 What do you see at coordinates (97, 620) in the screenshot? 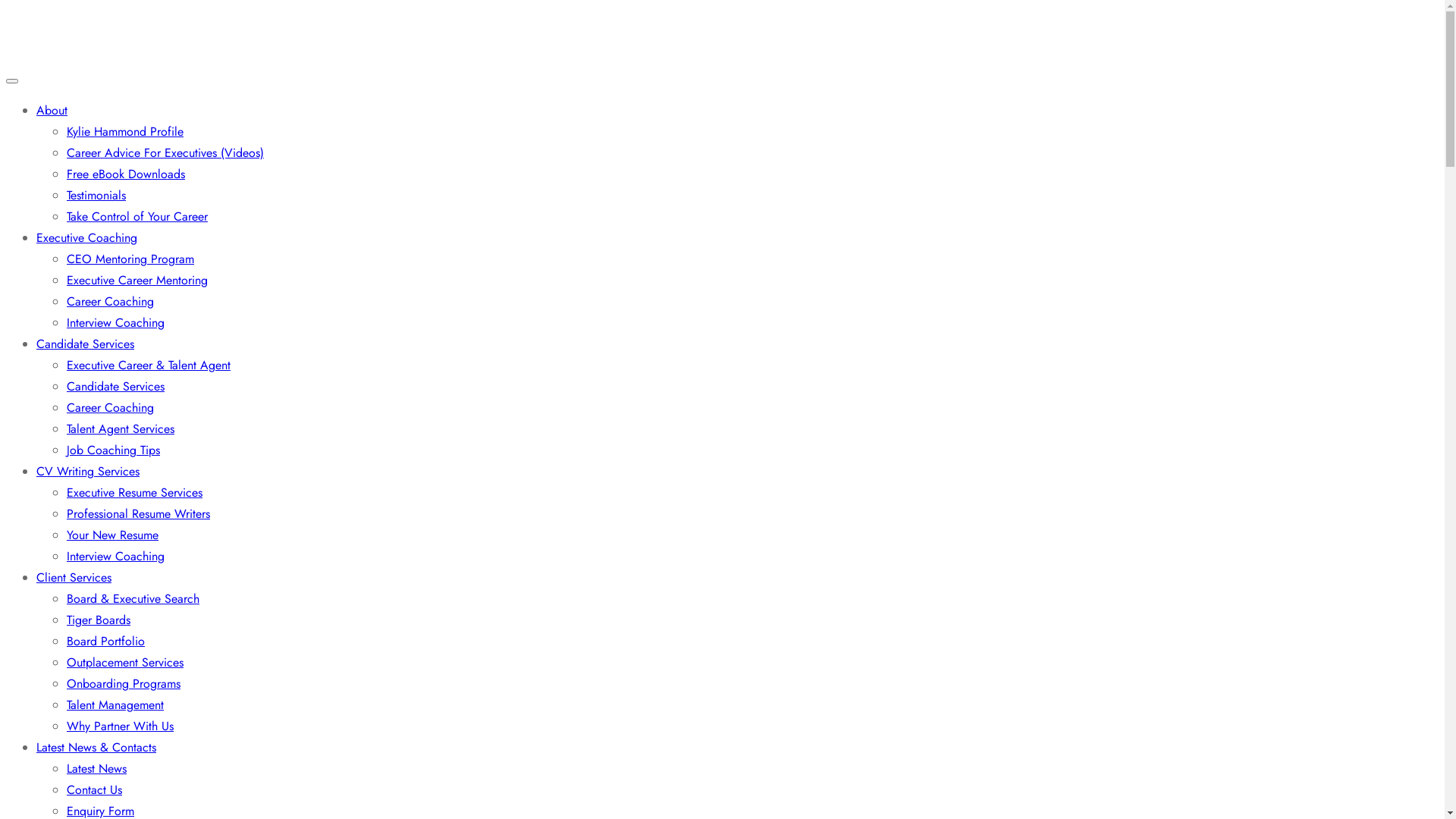
I see `'Tiger Boards'` at bounding box center [97, 620].